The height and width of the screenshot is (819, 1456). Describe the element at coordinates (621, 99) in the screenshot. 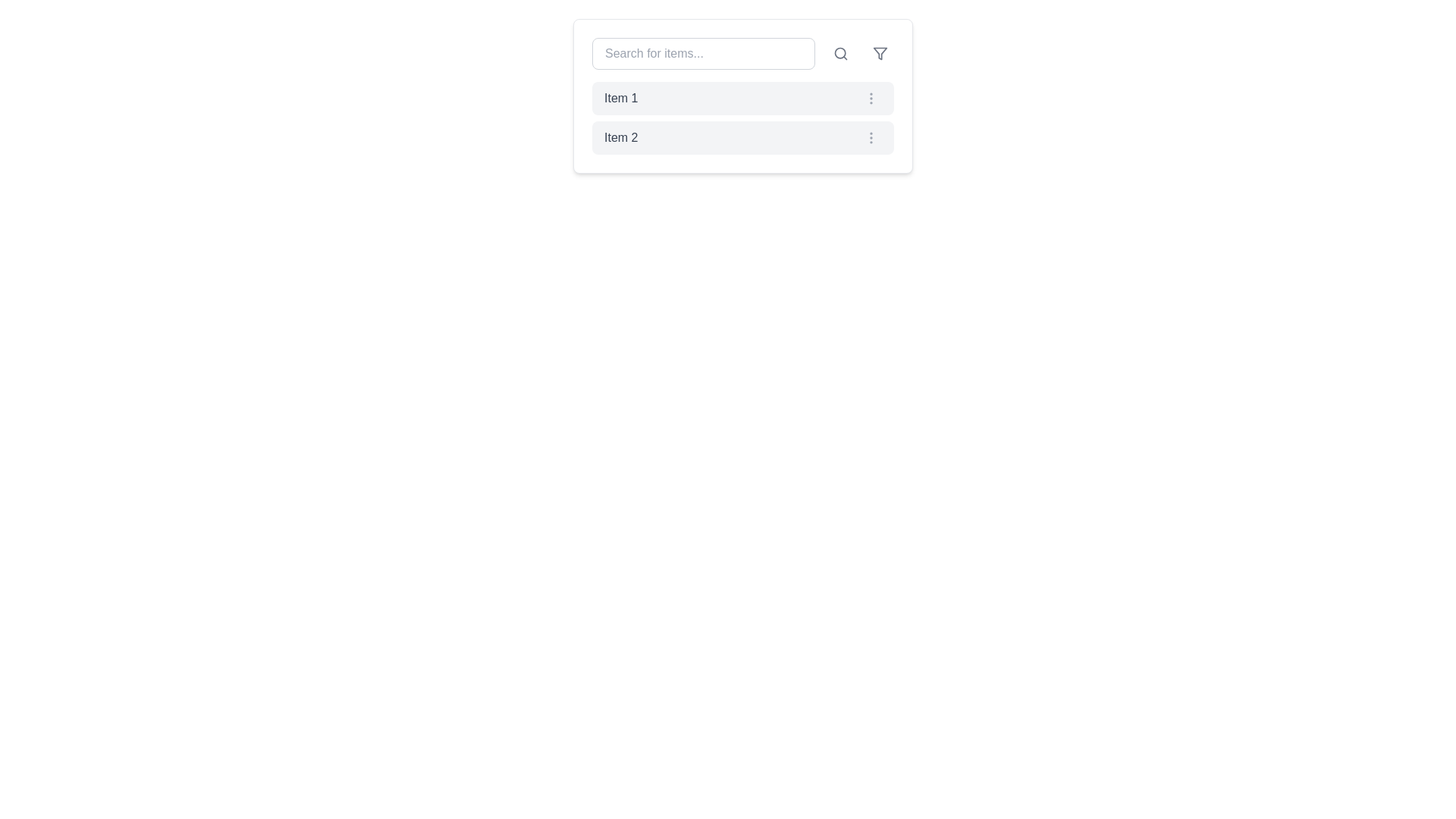

I see `the 'Item 1' text label displayed in gray font, which is the first item in a list under a search bar and aligned with an ellipsis menu` at that location.